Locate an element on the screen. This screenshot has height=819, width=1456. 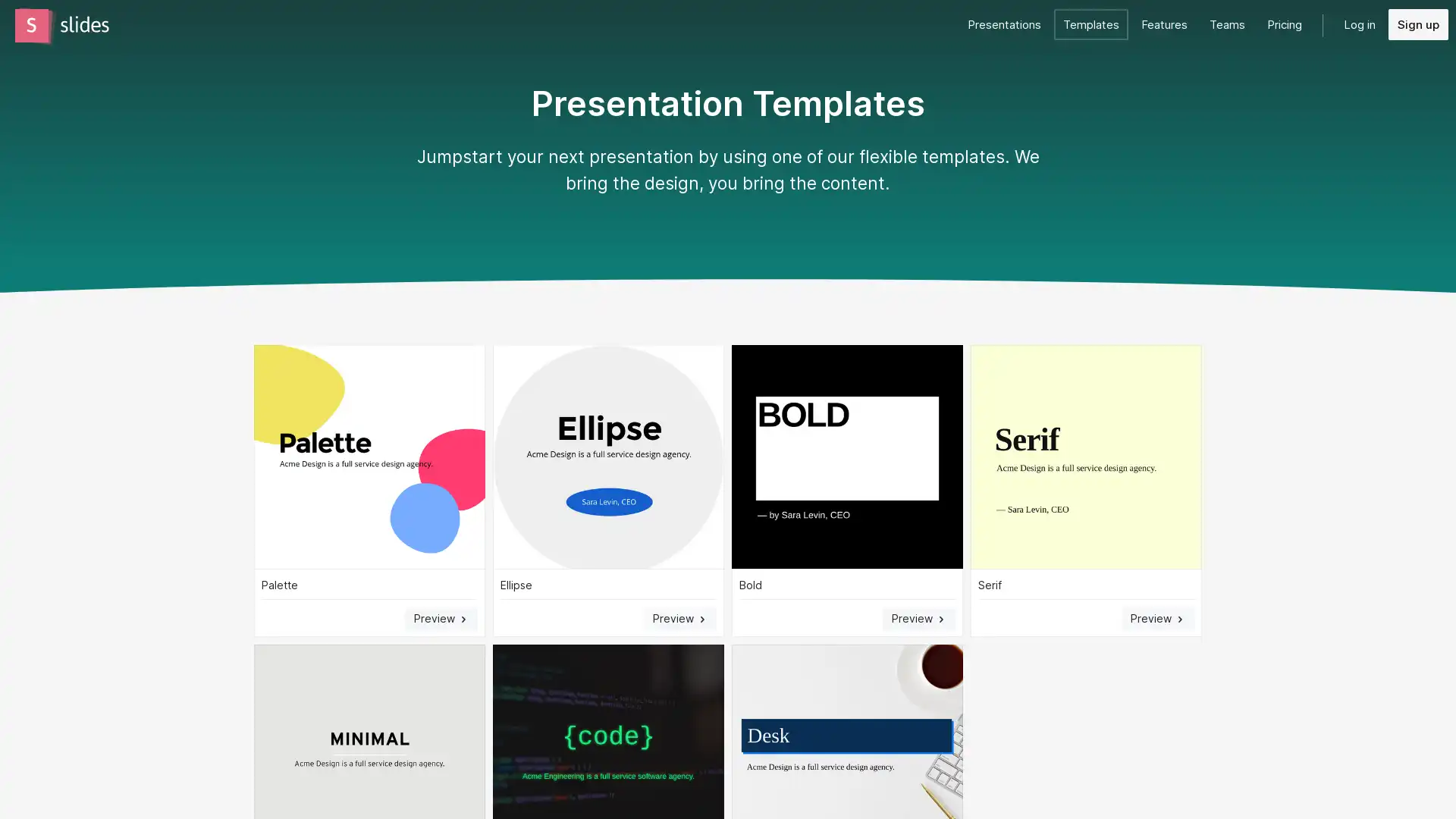
Preview is located at coordinates (440, 618).